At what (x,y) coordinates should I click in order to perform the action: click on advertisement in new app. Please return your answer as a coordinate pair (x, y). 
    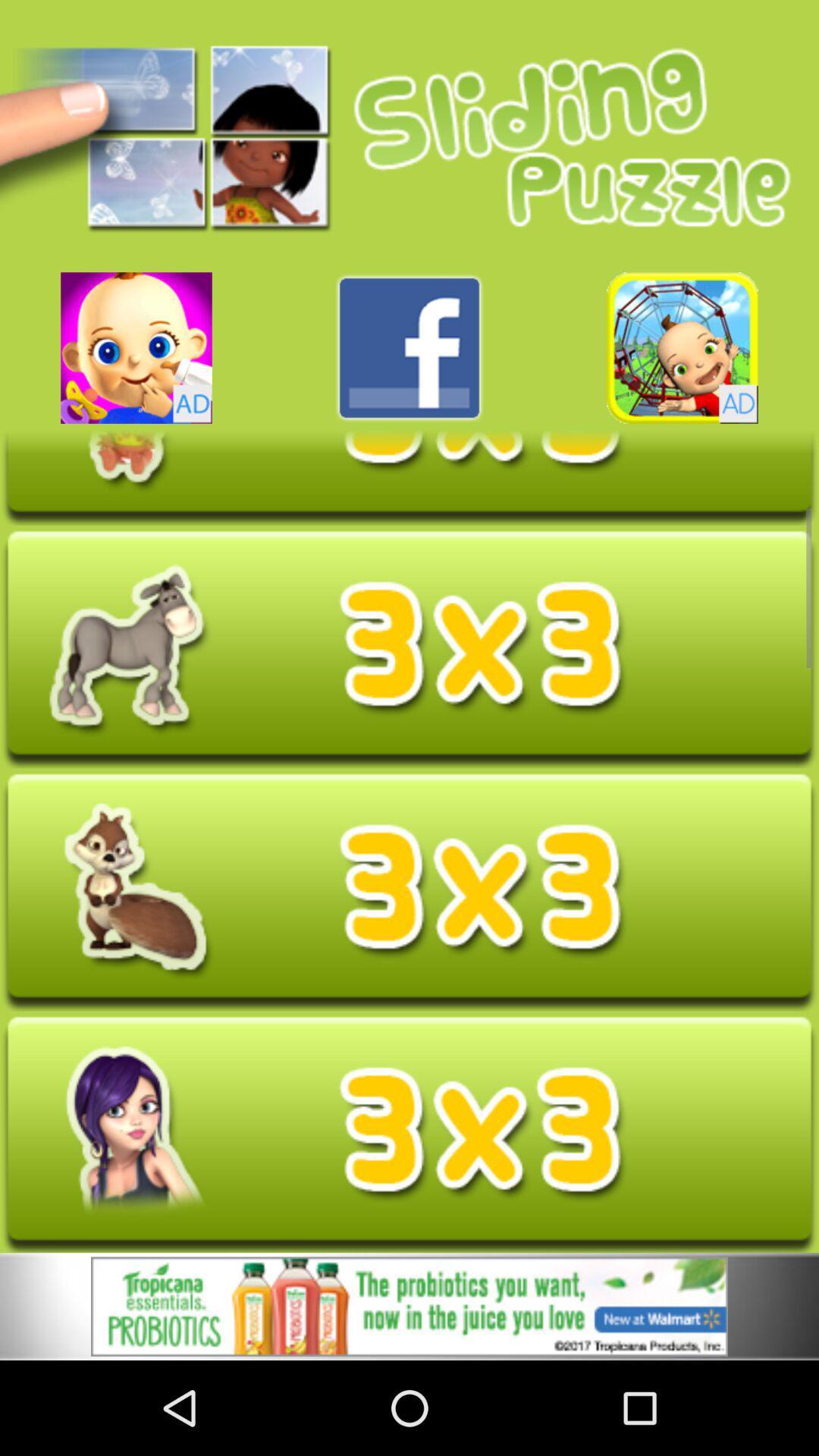
    Looking at the image, I should click on (136, 347).